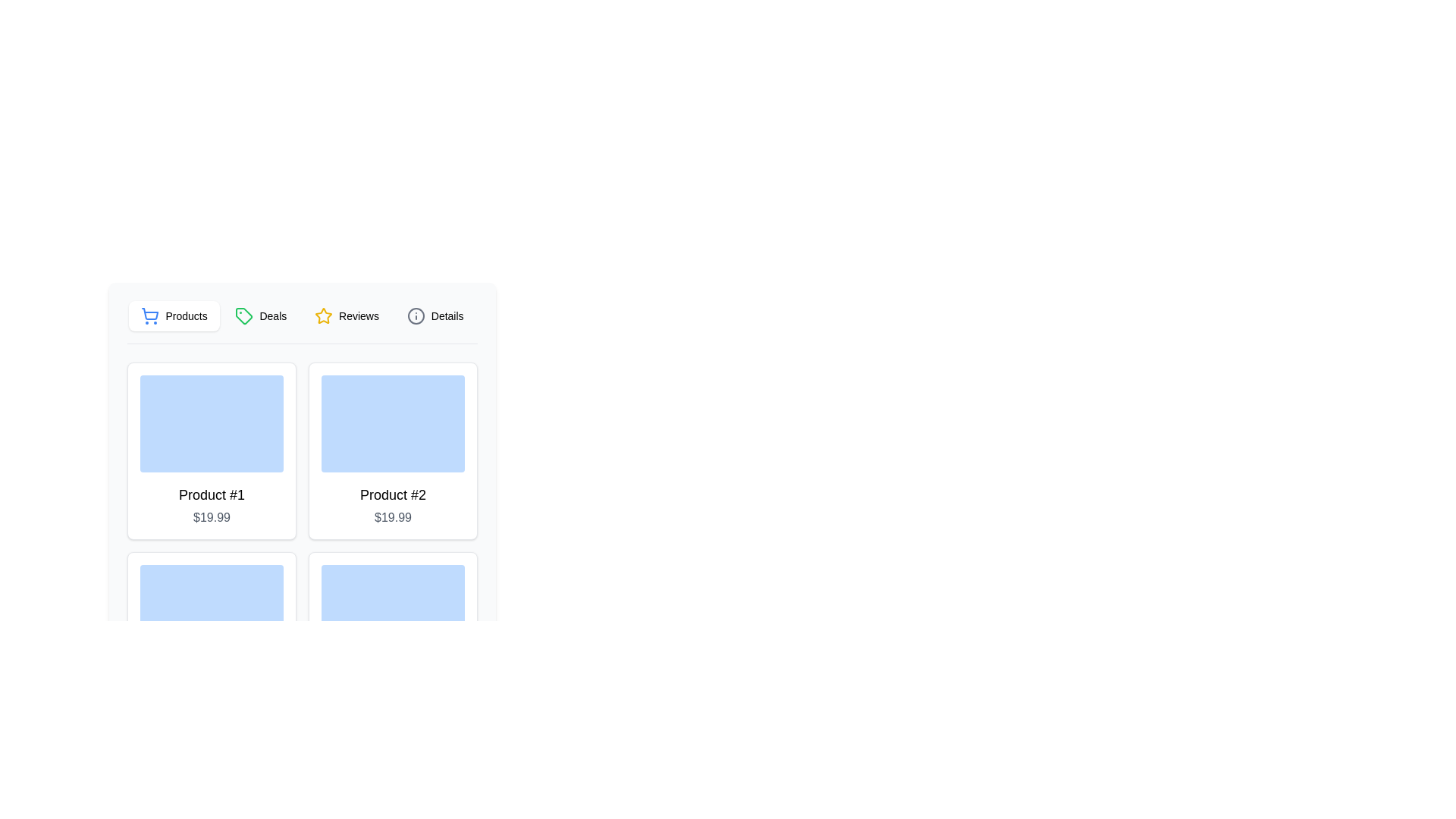  What do you see at coordinates (346, 315) in the screenshot?
I see `the third navigation link or button in the top navigation bar that directs to the reviews section` at bounding box center [346, 315].